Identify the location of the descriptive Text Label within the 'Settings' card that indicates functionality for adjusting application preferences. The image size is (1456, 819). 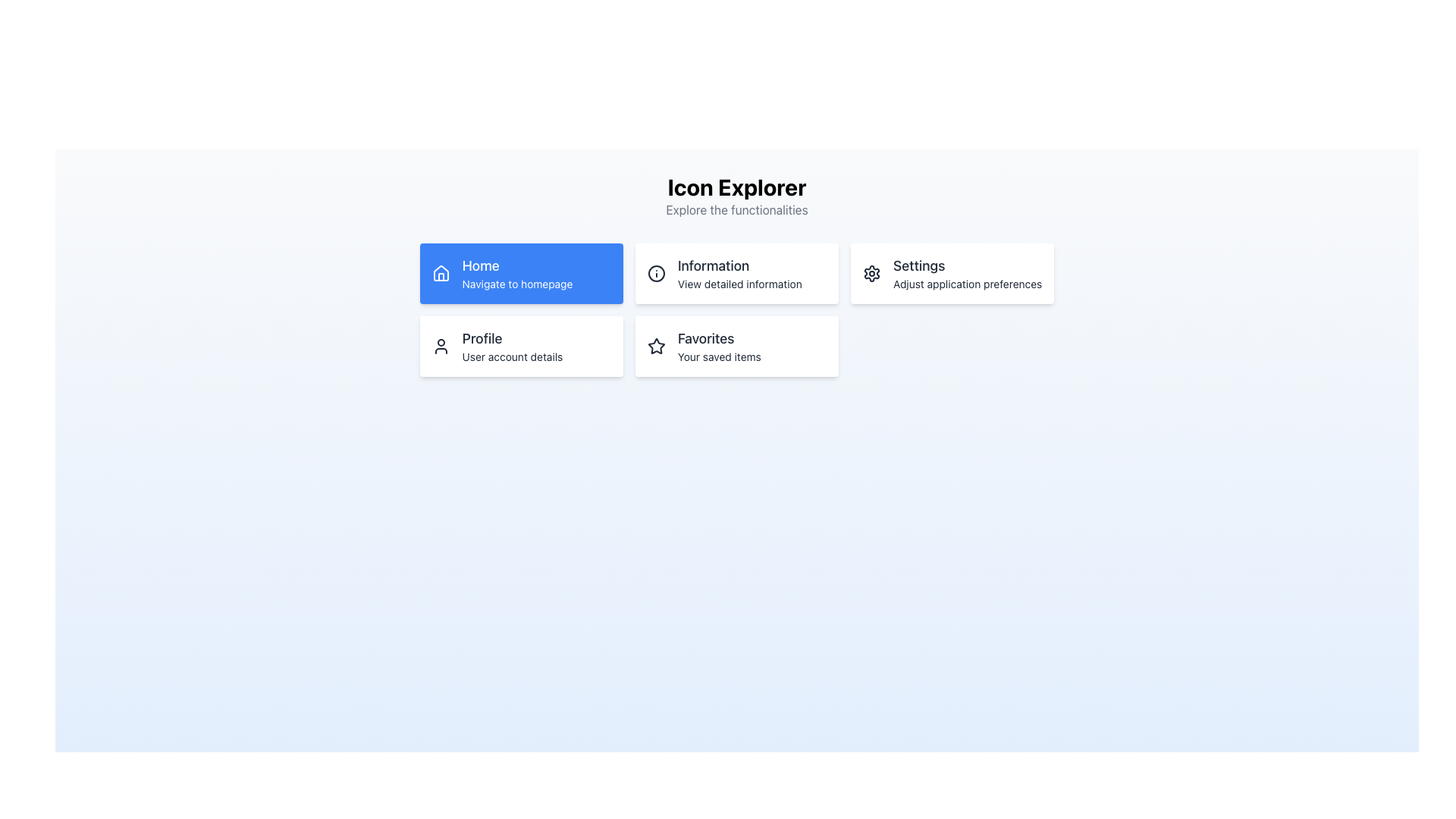
(967, 284).